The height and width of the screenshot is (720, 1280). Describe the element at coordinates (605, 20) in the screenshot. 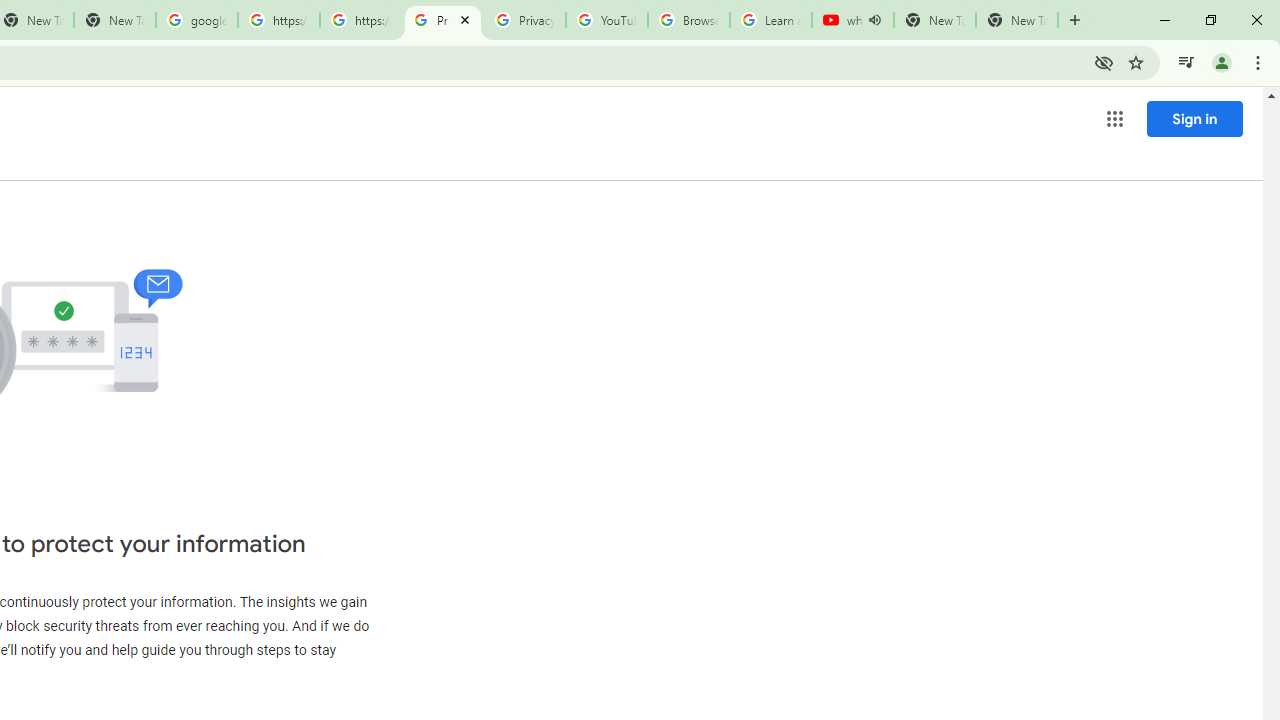

I see `'YouTube'` at that location.